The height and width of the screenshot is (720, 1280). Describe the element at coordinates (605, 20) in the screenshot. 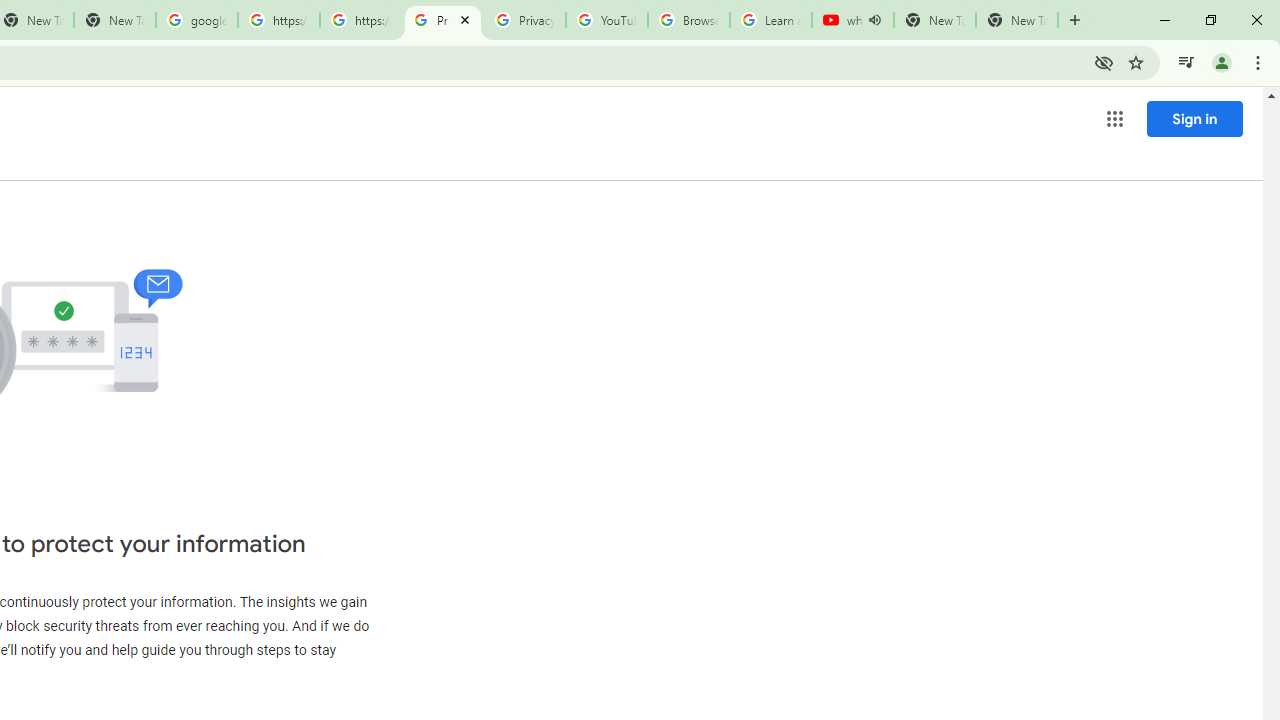

I see `'YouTube'` at that location.